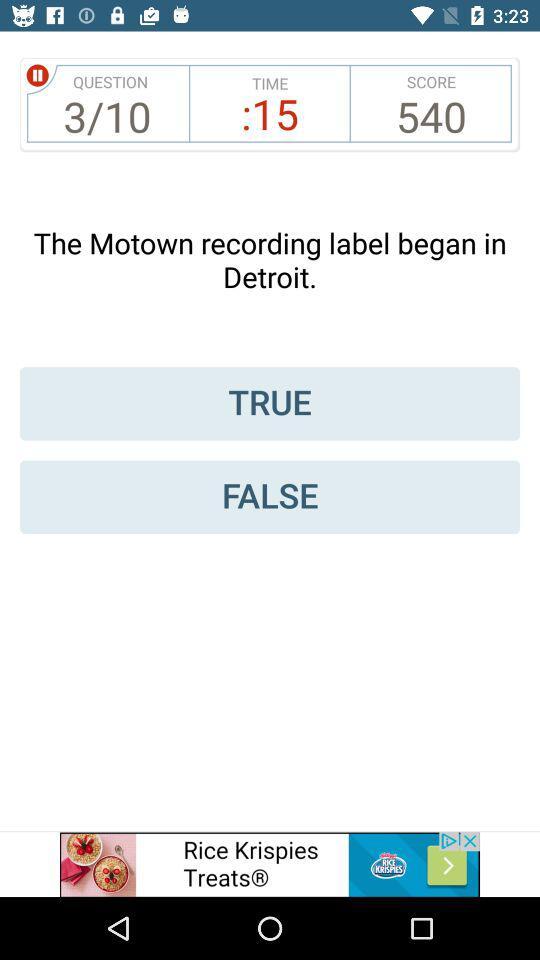 The image size is (540, 960). I want to click on the option below the true, so click(270, 496).